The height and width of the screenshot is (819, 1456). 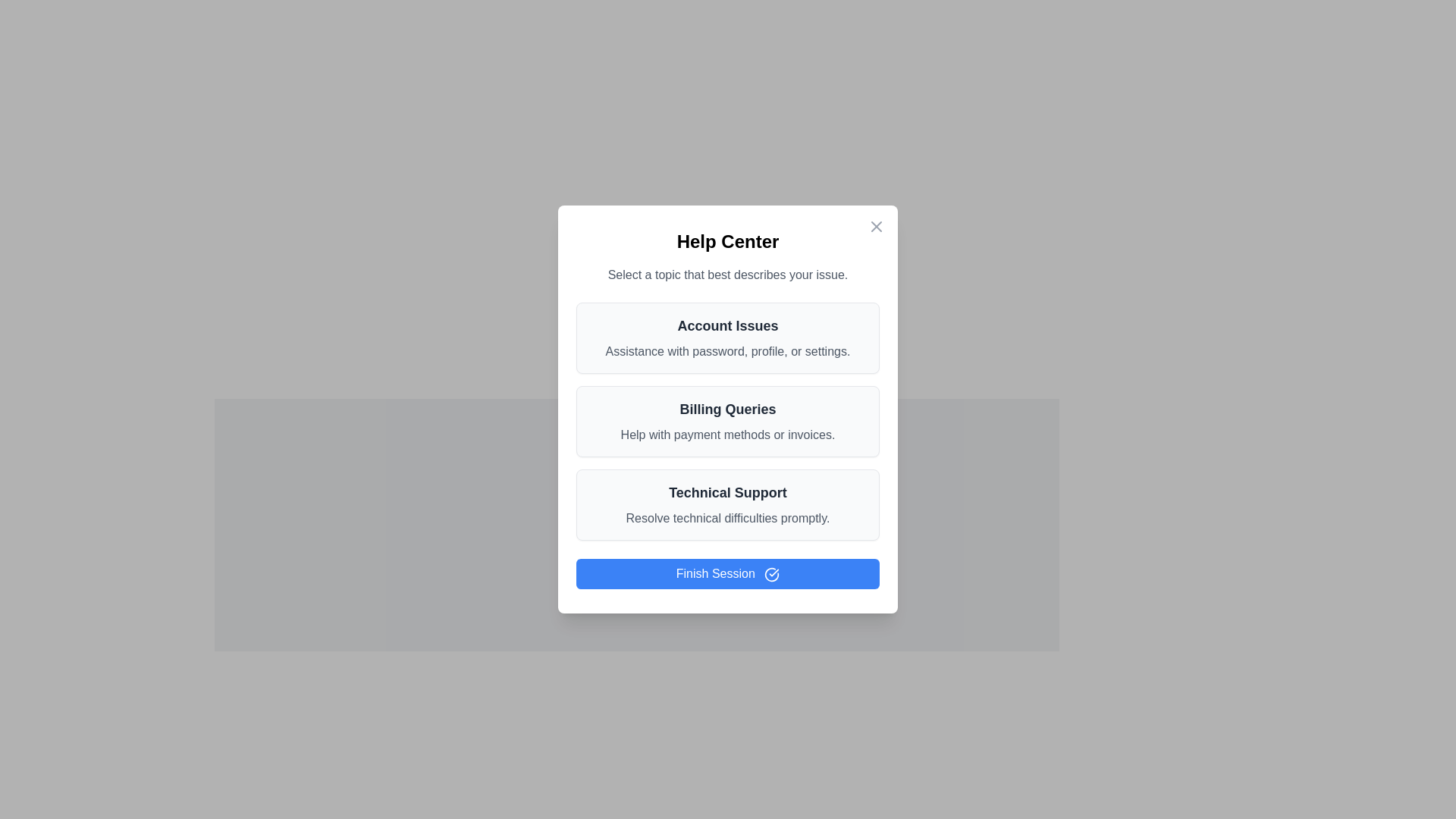 I want to click on properties of the smaller intersecting line within the 'X' close button icon located at the top-right corner of the dialog window, so click(x=877, y=227).